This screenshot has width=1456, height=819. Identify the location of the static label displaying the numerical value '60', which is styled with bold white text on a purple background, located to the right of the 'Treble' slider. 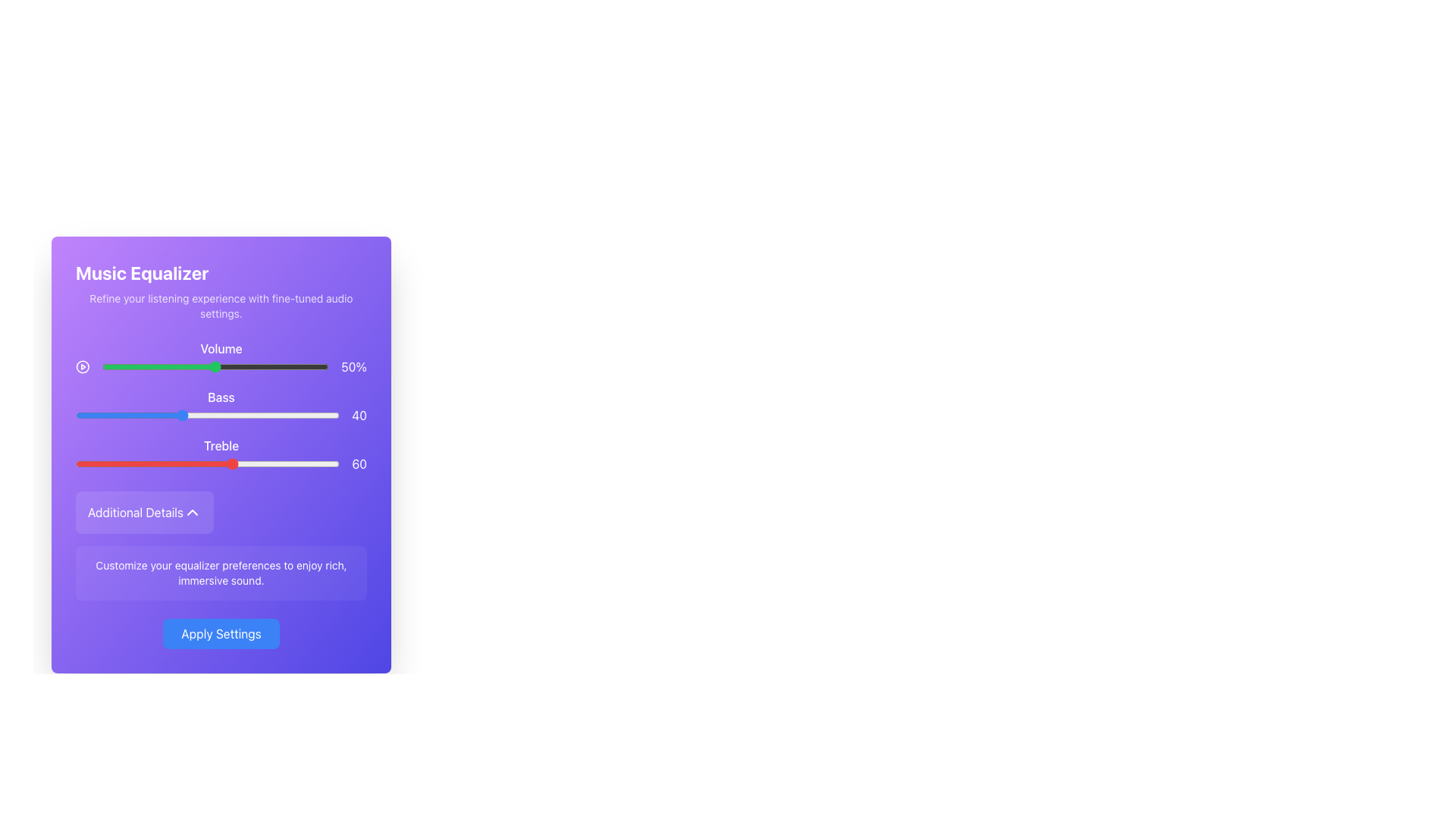
(359, 463).